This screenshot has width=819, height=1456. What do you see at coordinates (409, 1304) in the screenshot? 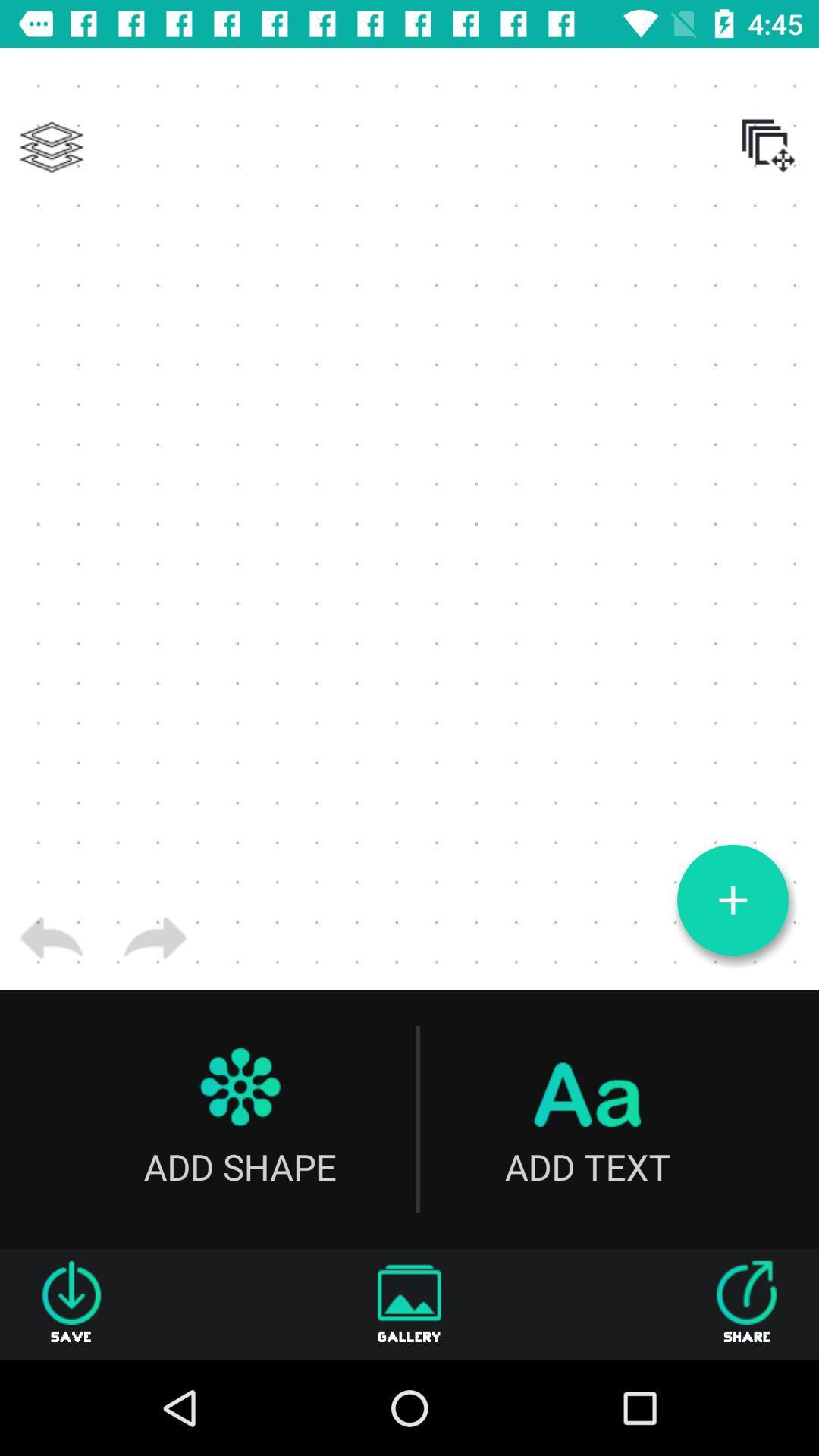
I see `item to the right of save` at bounding box center [409, 1304].